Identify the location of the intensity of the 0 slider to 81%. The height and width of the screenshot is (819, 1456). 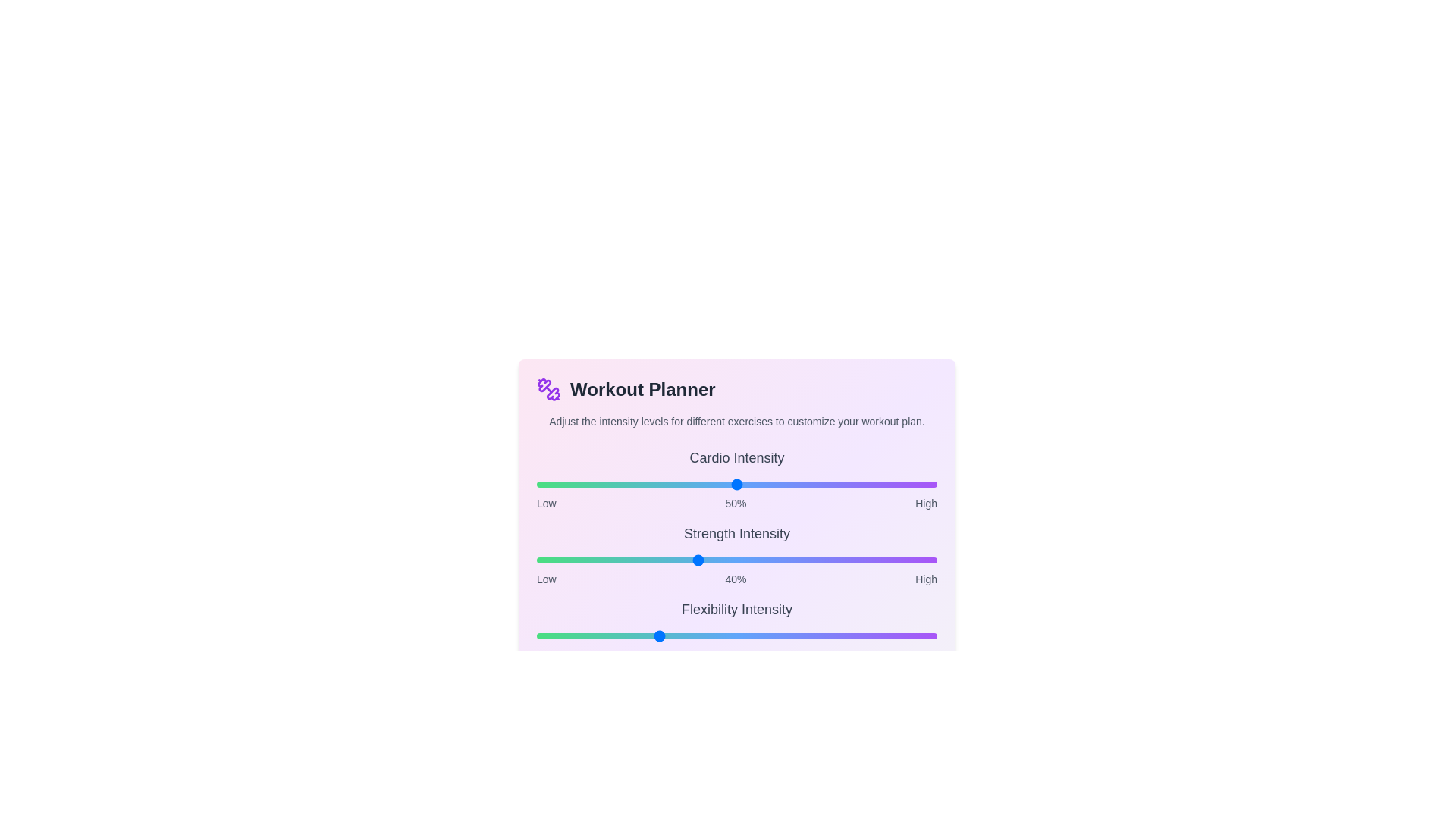
(861, 485).